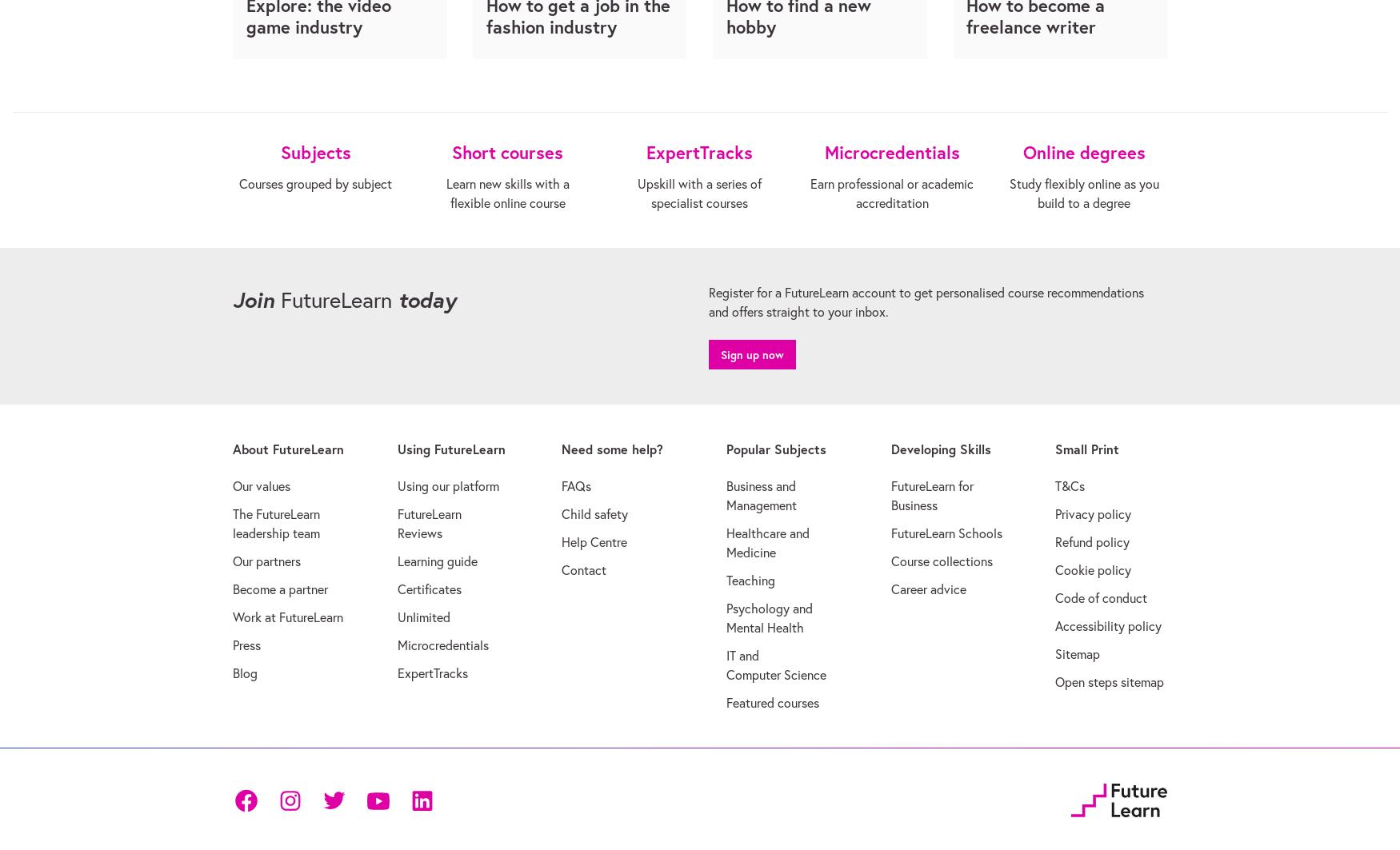 The width and height of the screenshot is (1400, 850). I want to click on 'Our partners', so click(266, 560).